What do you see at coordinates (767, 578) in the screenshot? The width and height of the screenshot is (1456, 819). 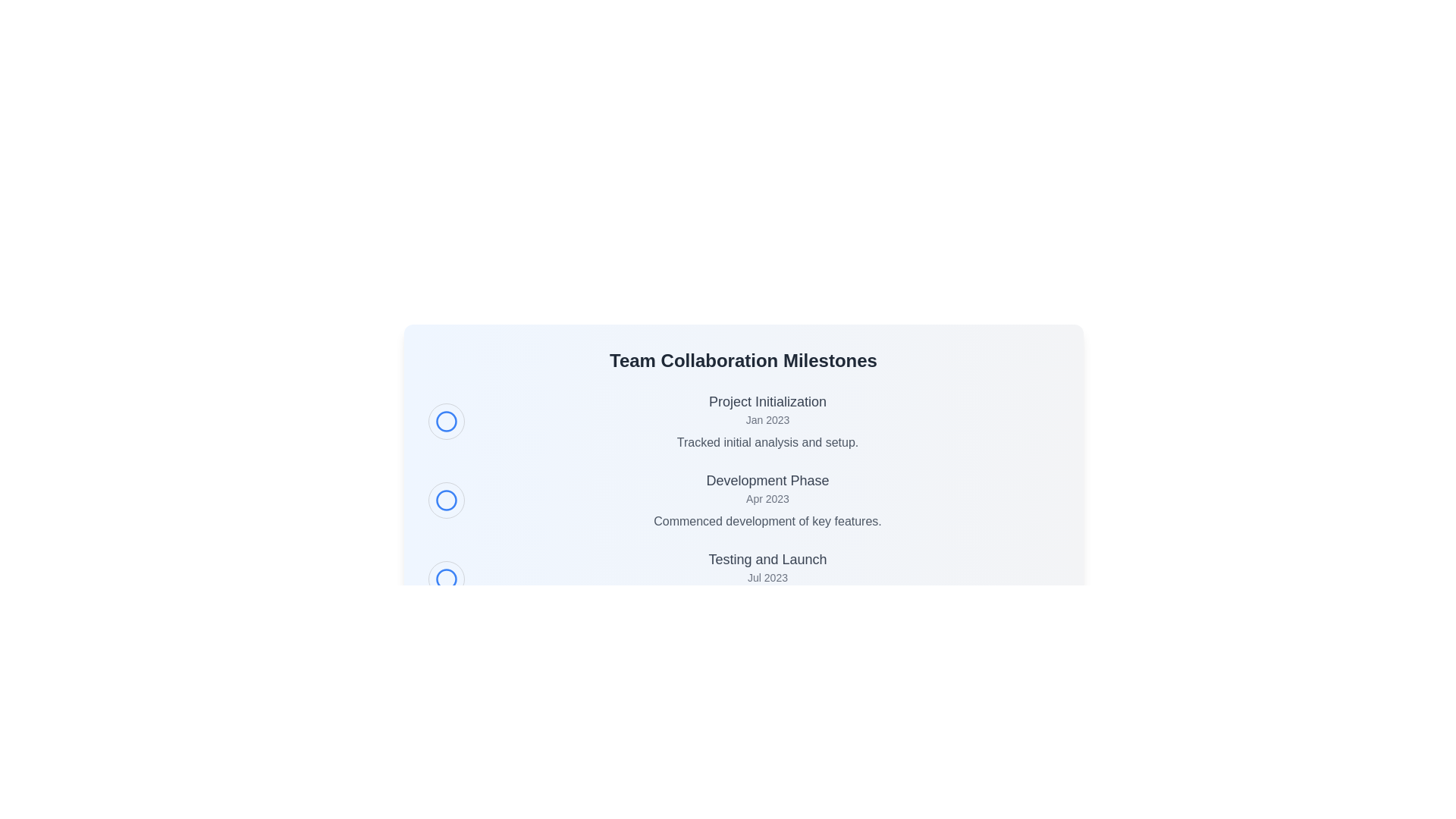 I see `the small text label displaying the date 'Jul 2023', which is positioned below the heading 'Testing and Launch' and above the descriptive text 'Completed thorough tests and initiated rollout'` at bounding box center [767, 578].